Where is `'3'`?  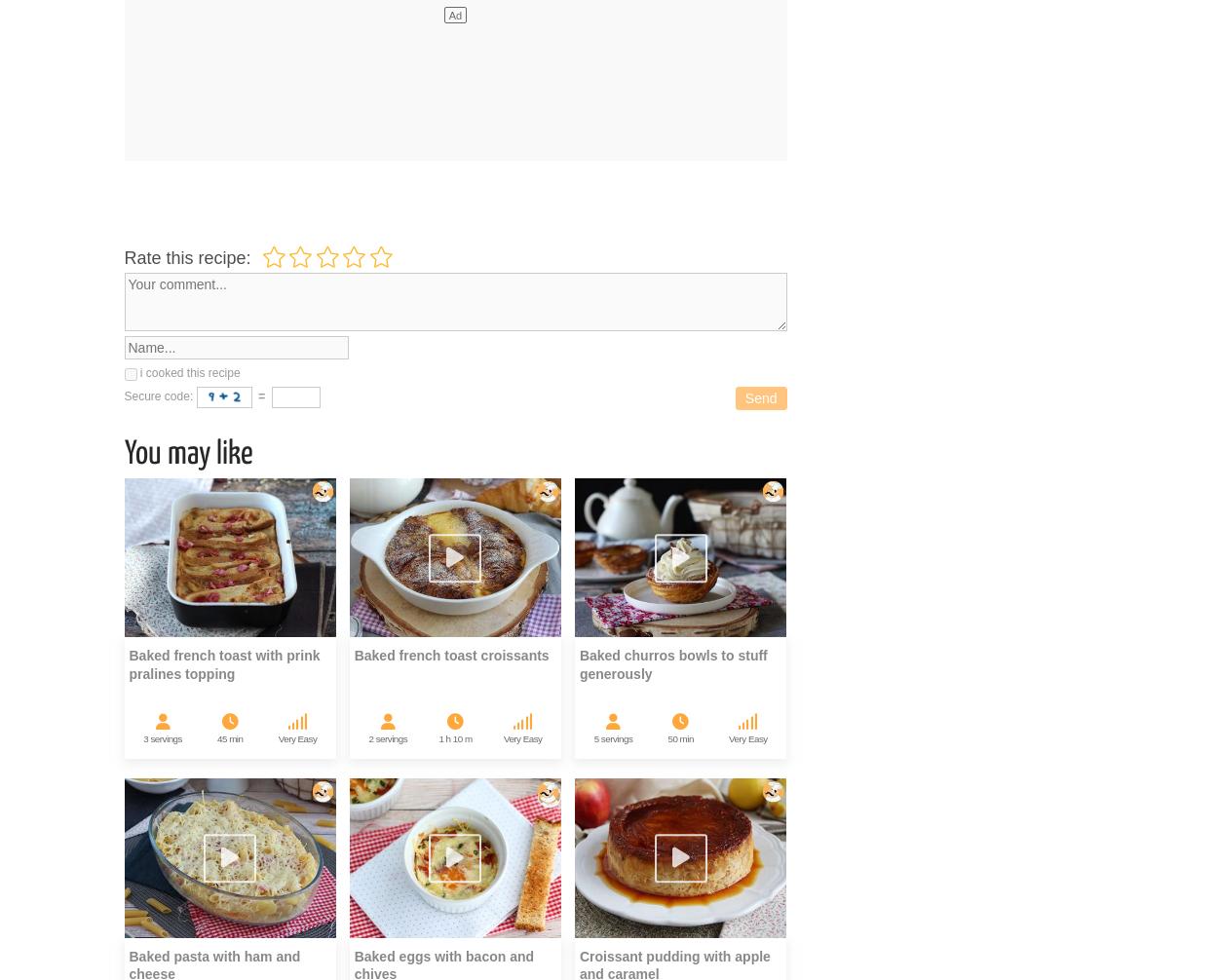 '3' is located at coordinates (145, 737).